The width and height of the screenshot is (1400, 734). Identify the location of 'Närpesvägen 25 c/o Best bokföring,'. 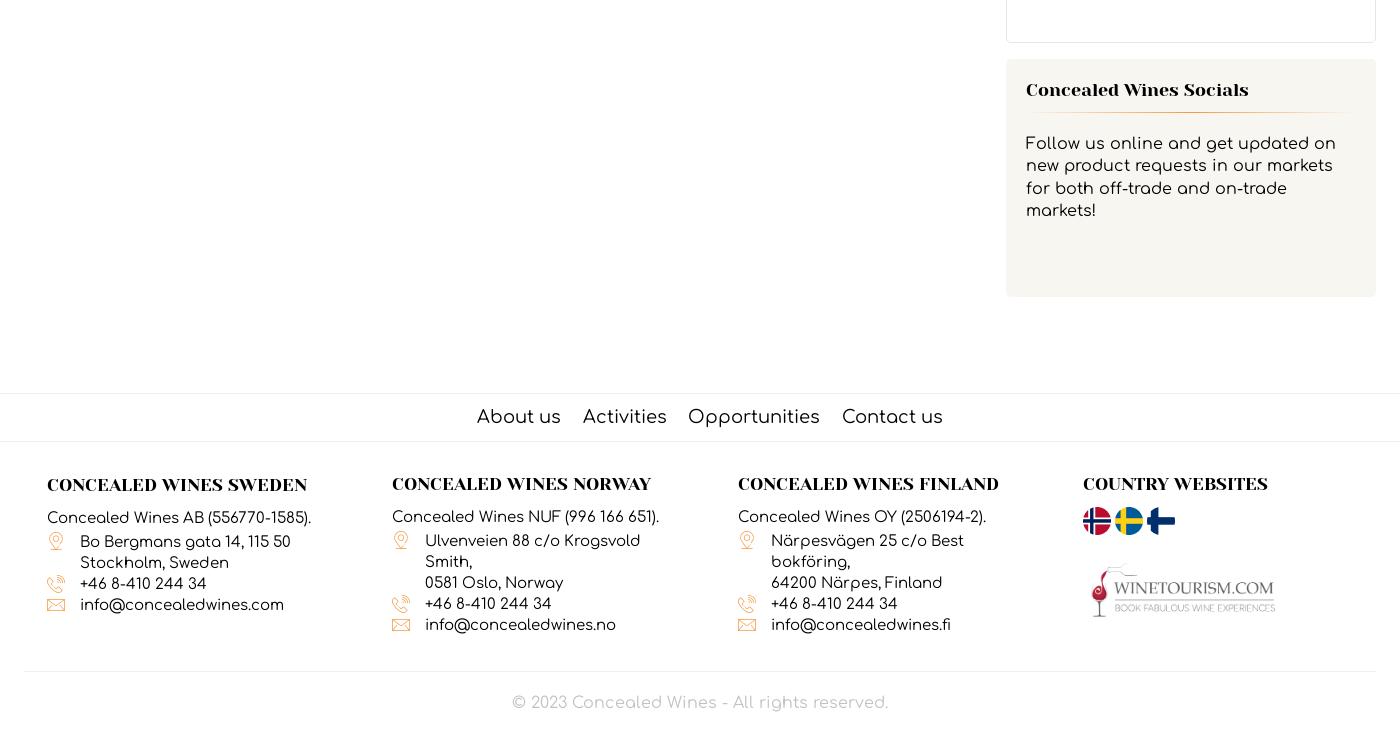
(866, 550).